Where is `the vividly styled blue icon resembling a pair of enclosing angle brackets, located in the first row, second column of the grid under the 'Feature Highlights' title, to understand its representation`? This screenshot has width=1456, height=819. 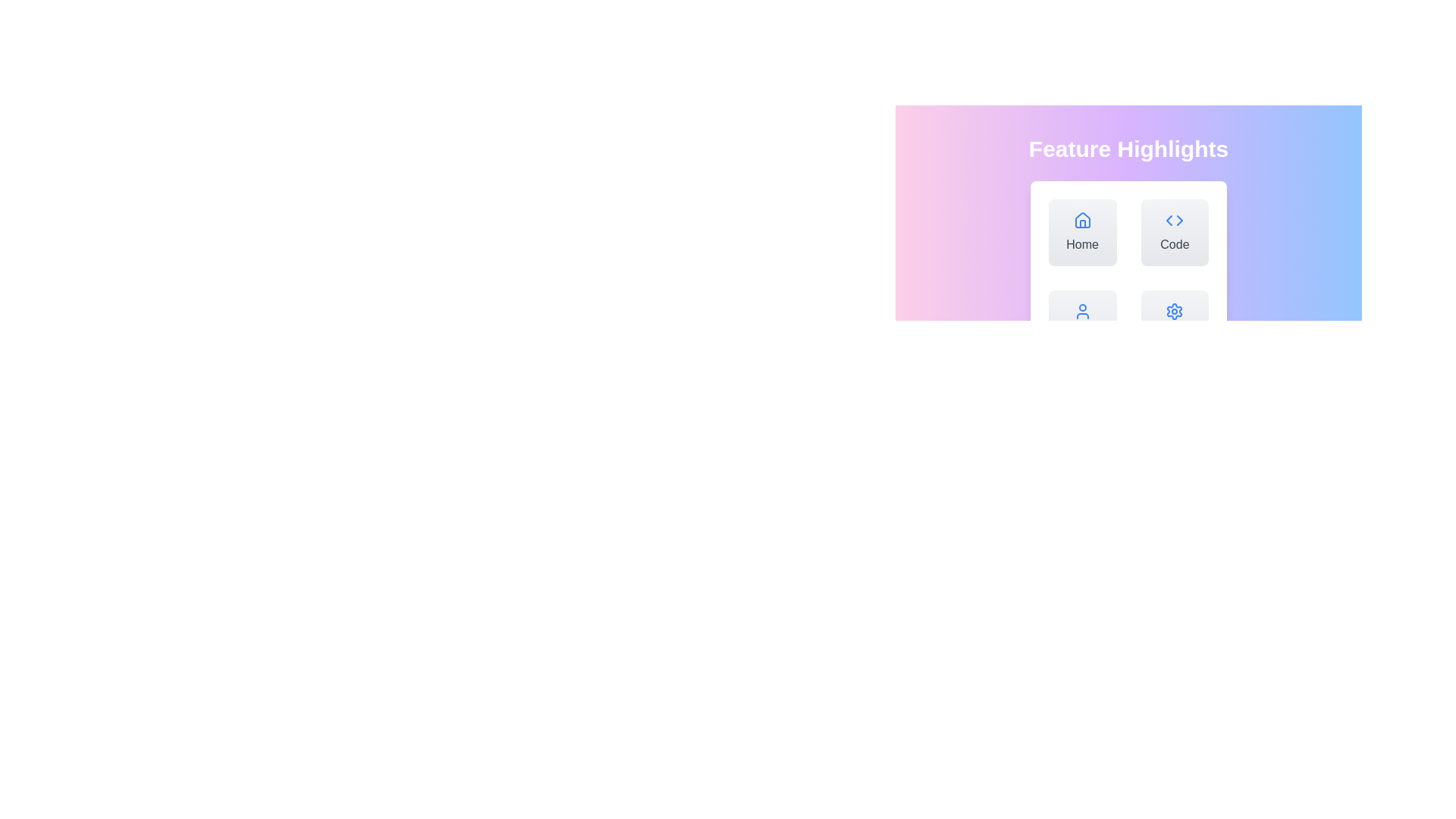 the vividly styled blue icon resembling a pair of enclosing angle brackets, located in the first row, second column of the grid under the 'Feature Highlights' title, to understand its representation is located at coordinates (1174, 220).